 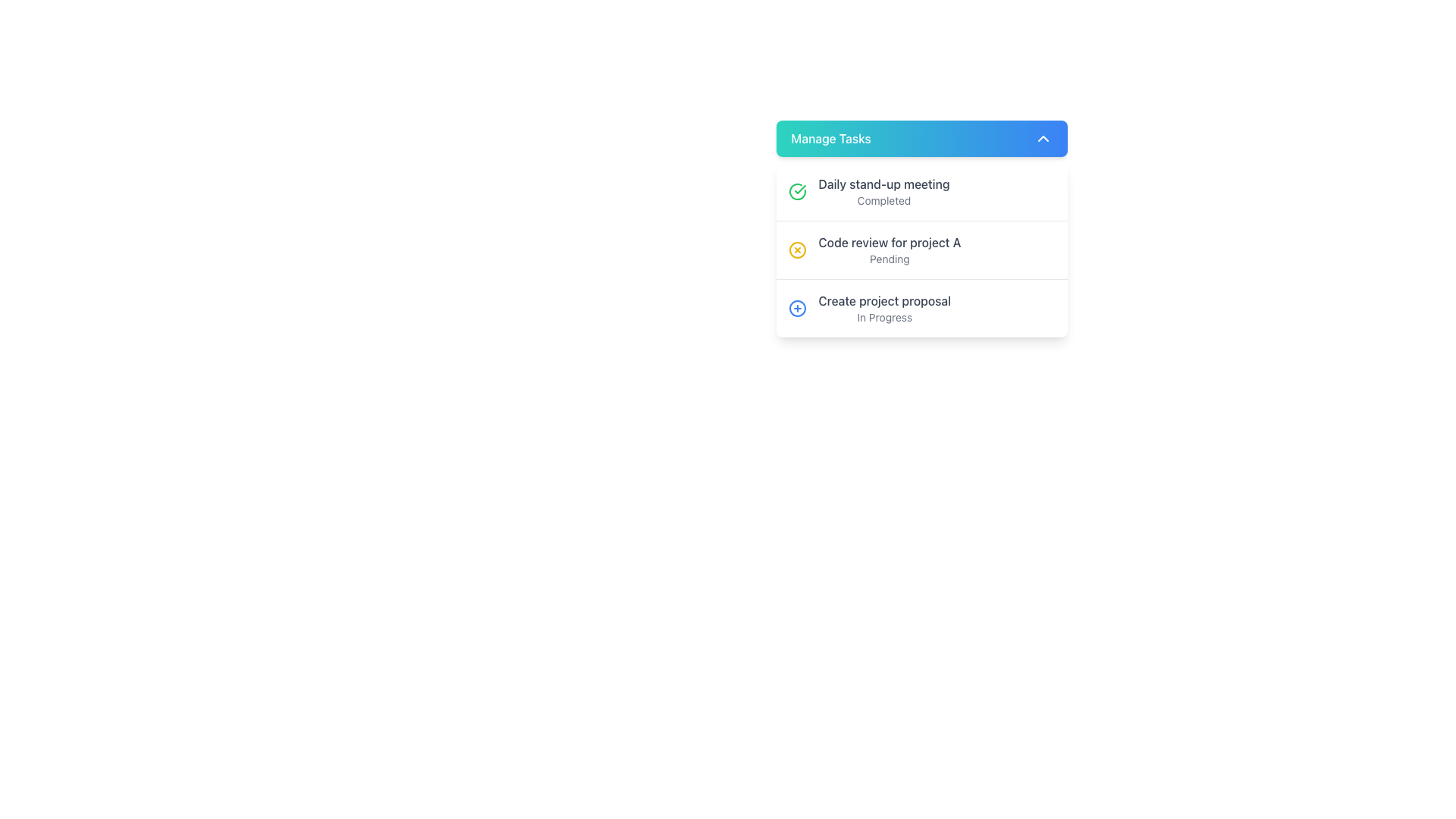 What do you see at coordinates (884, 184) in the screenshot?
I see `the Text Label that displays the title of a task, located below the green checkmark icon and above the 'Completed' label in the first task slot of the list` at bounding box center [884, 184].